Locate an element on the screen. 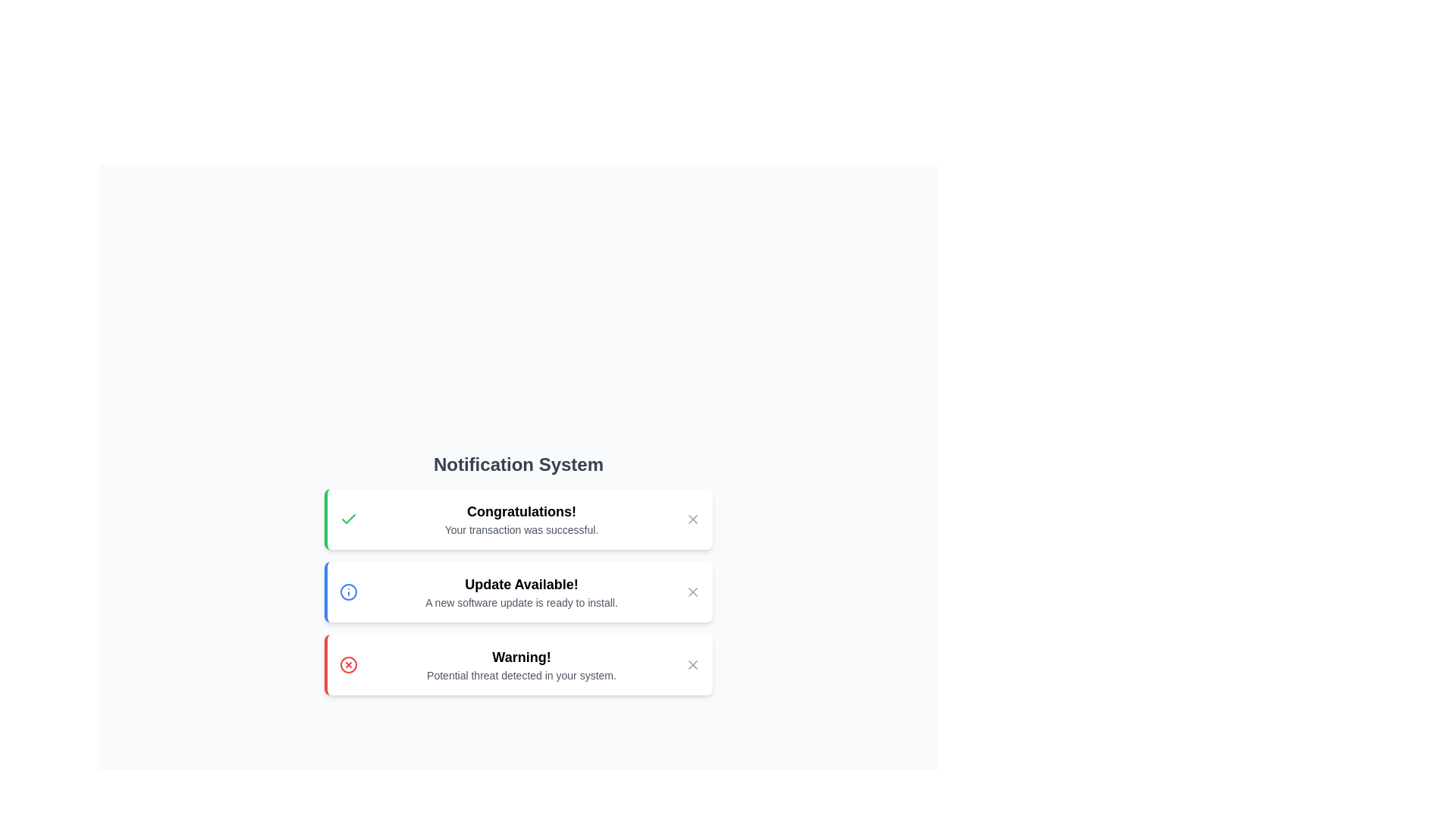 Image resolution: width=1456 pixels, height=819 pixels. text label that serves as a title for the notification, positioned centrally above the message about the software update is located at coordinates (521, 584).